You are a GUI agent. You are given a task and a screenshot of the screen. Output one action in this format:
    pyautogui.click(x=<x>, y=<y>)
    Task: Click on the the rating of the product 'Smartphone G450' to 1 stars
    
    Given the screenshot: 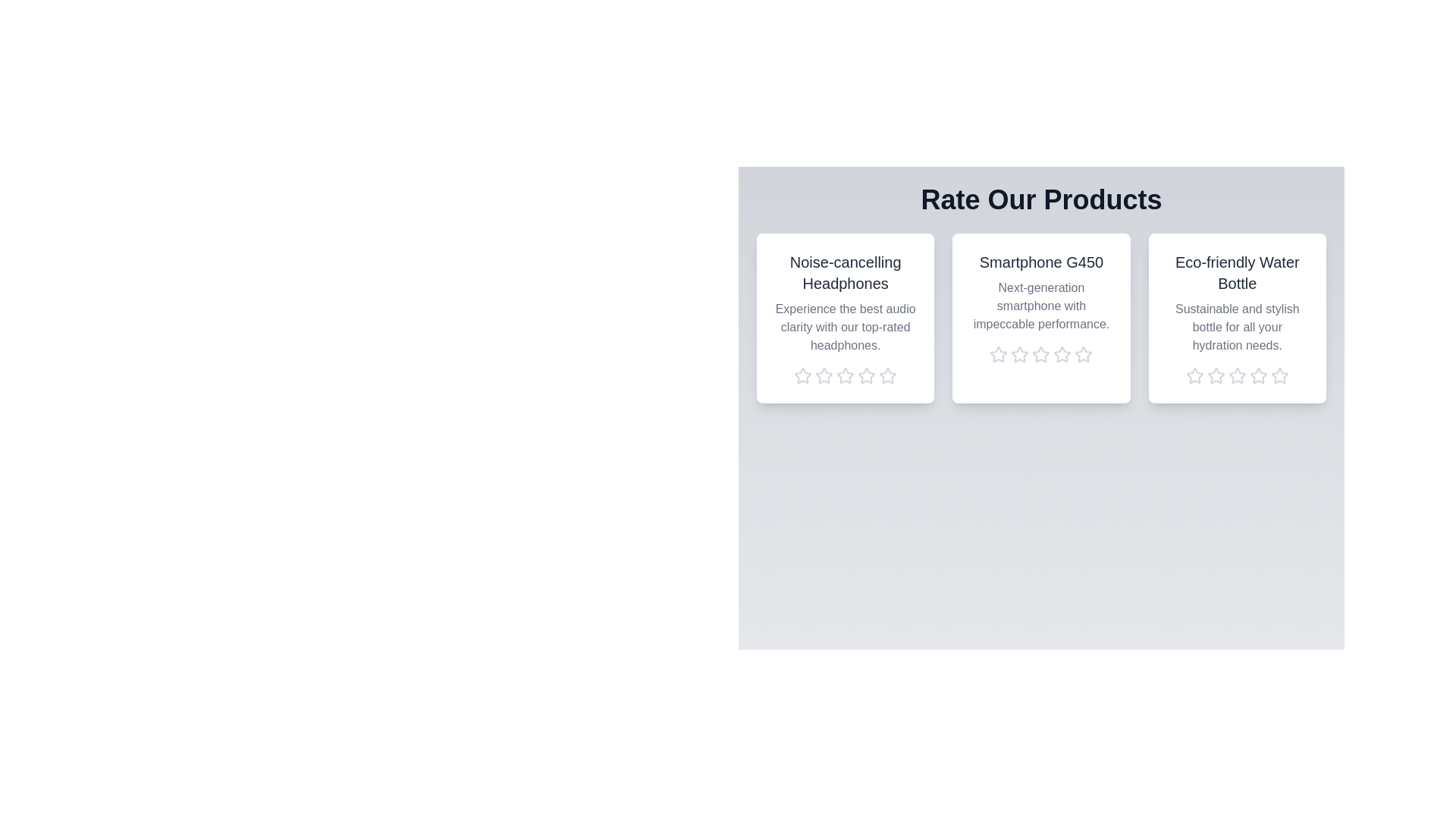 What is the action you would take?
    pyautogui.click(x=998, y=354)
    